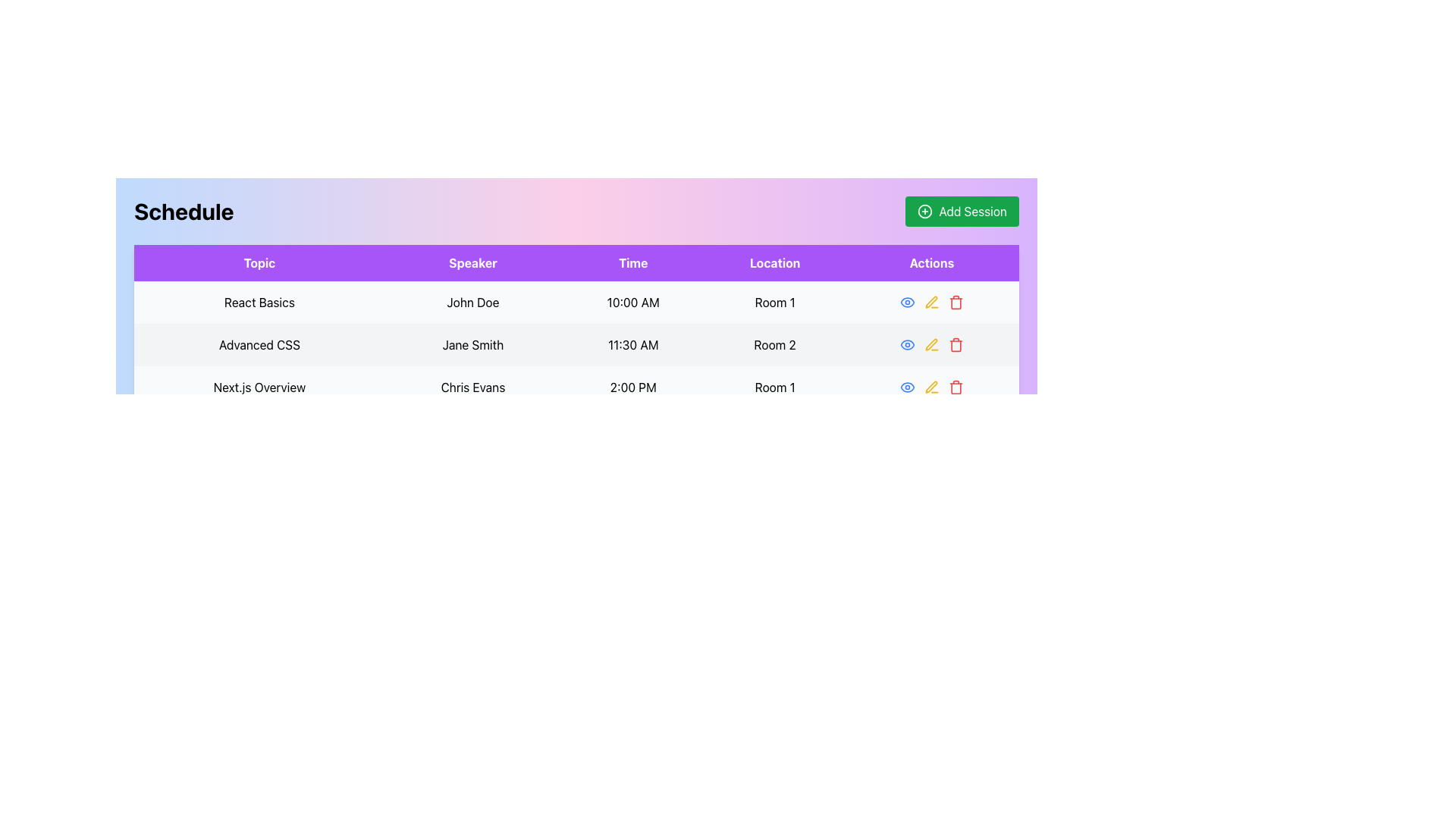 The width and height of the screenshot is (1456, 819). What do you see at coordinates (924, 211) in the screenshot?
I see `the SVG Circle Element that serves as a decorative '+' symbol within a circle, located near the top-right section of the interface, aligned with the 'Add Session' button` at bounding box center [924, 211].